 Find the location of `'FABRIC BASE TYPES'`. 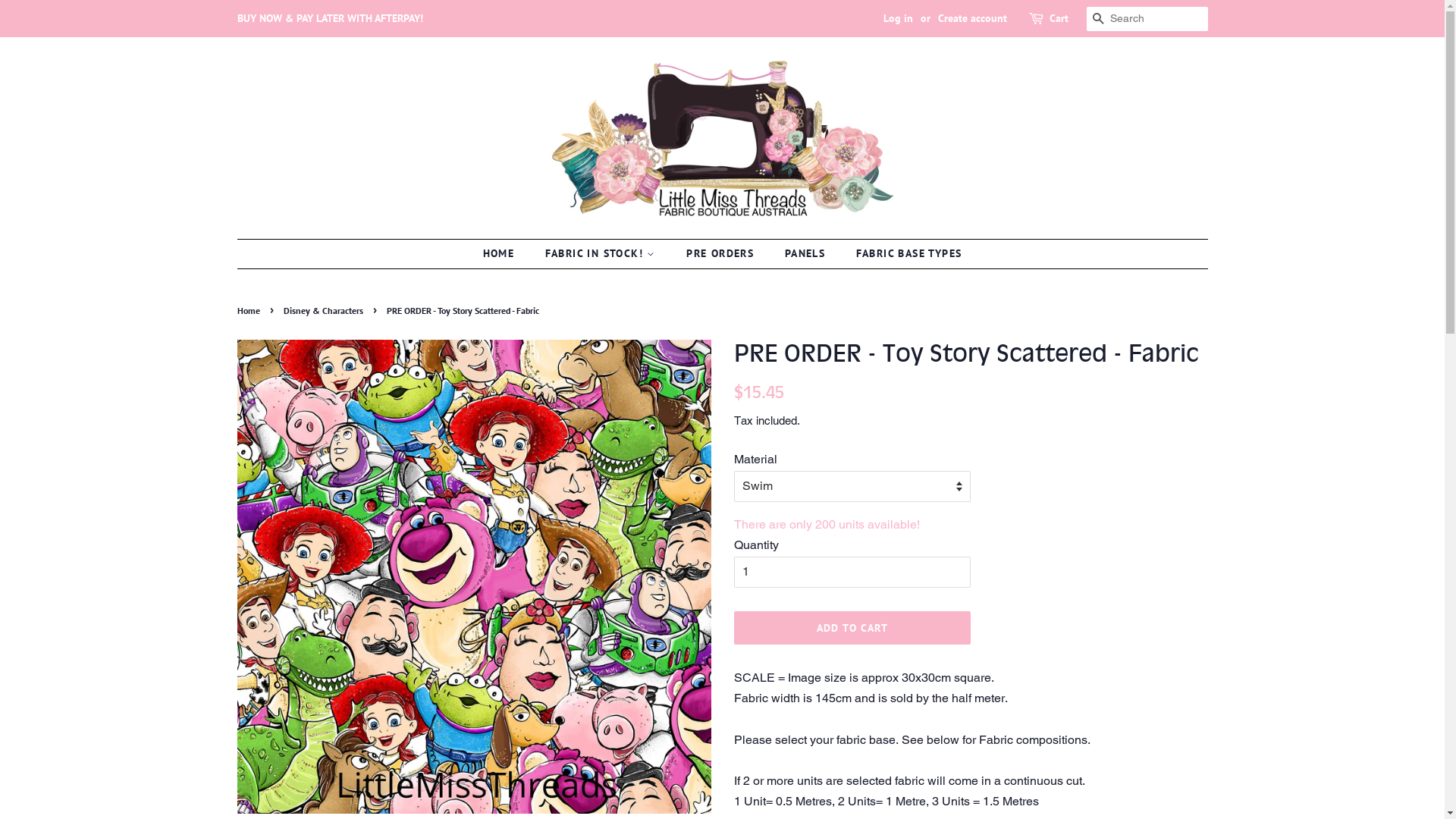

'FABRIC BASE TYPES' is located at coordinates (903, 253).